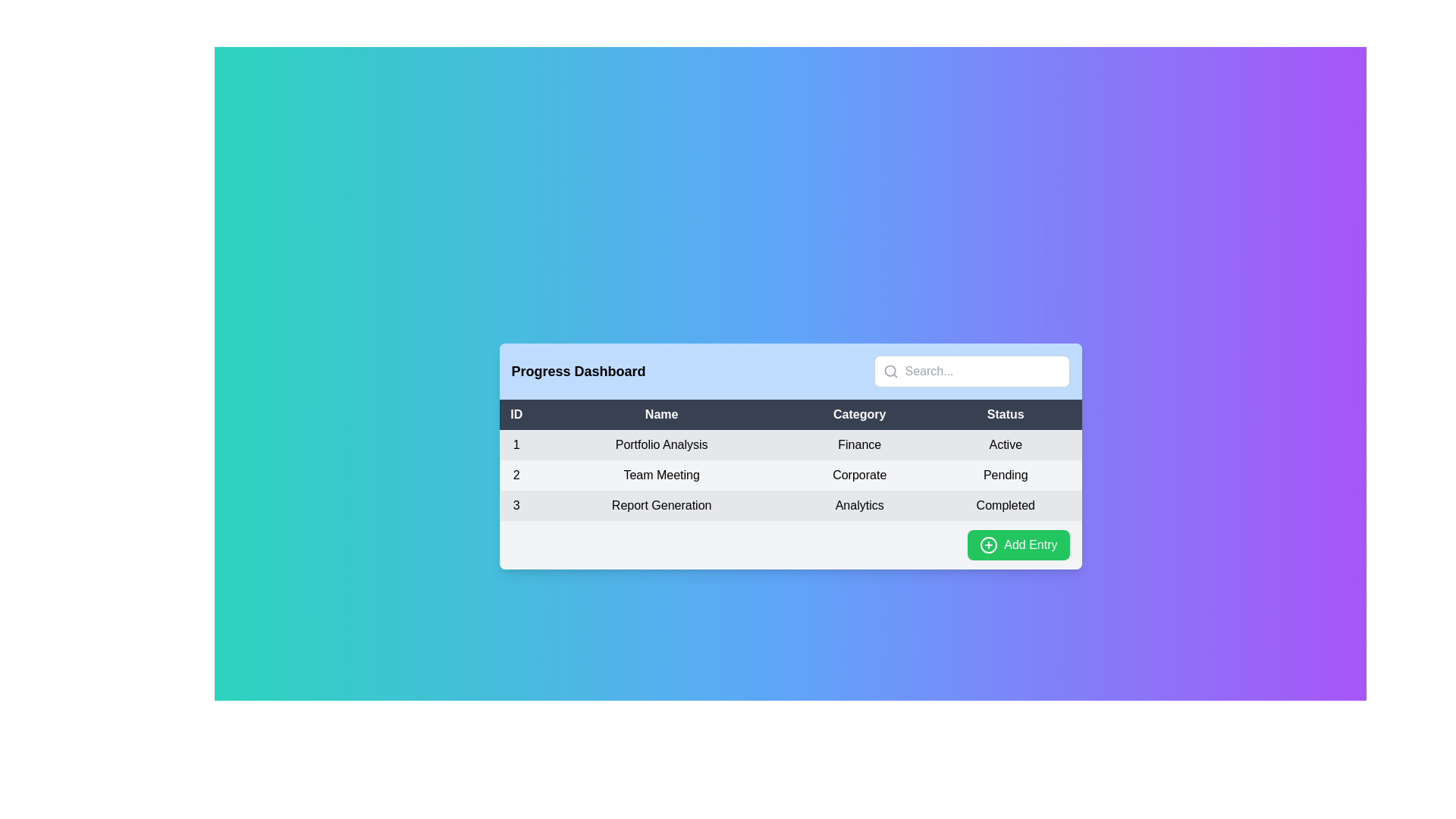 The height and width of the screenshot is (819, 1456). What do you see at coordinates (661, 475) in the screenshot?
I see `the 'Team Meeting' text label located in the second row of the table under the 'Name' column, which is positioned between the 'ID' and 'Category' cells` at bounding box center [661, 475].